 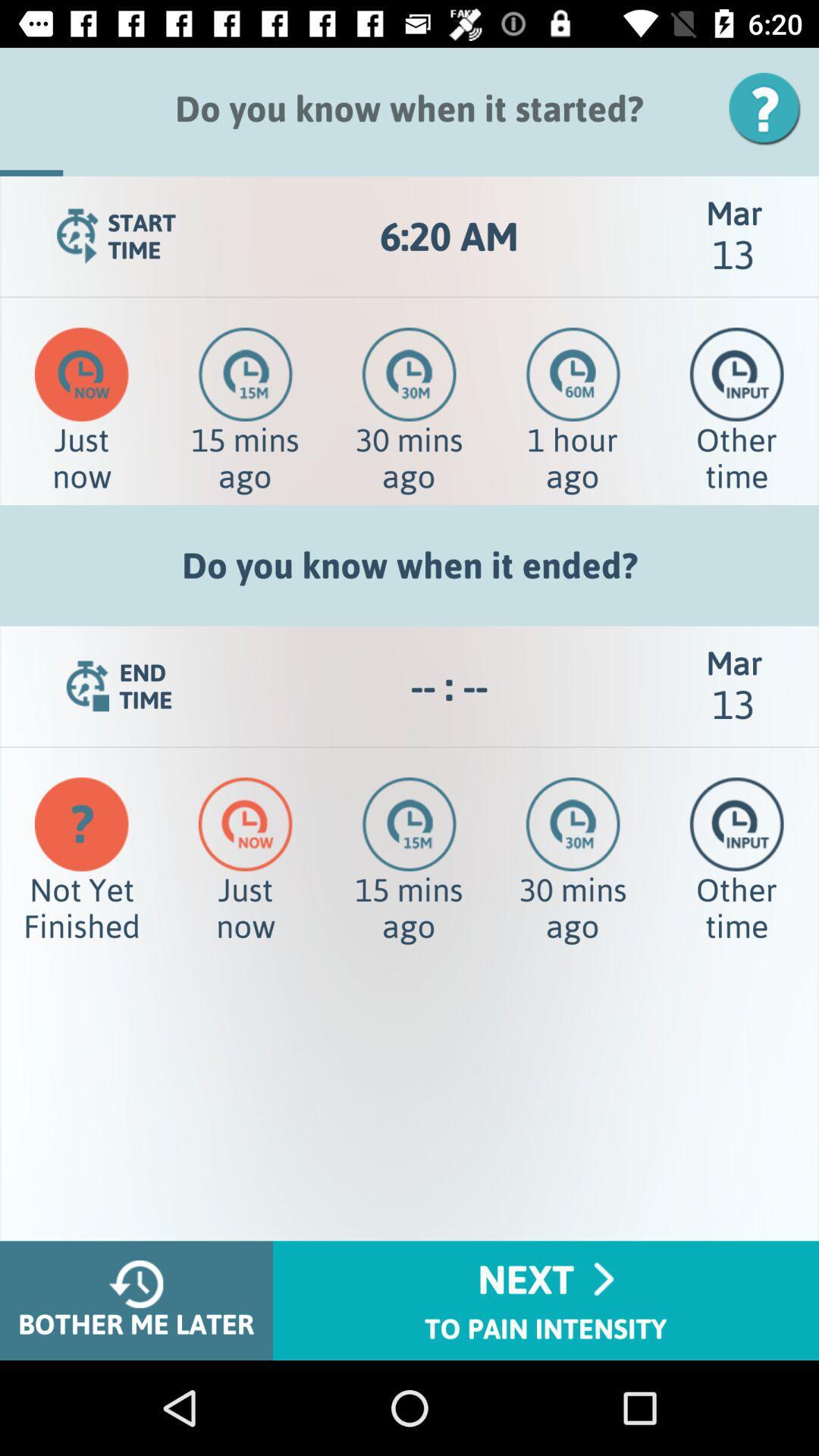 I want to click on the help icon, so click(x=770, y=108).